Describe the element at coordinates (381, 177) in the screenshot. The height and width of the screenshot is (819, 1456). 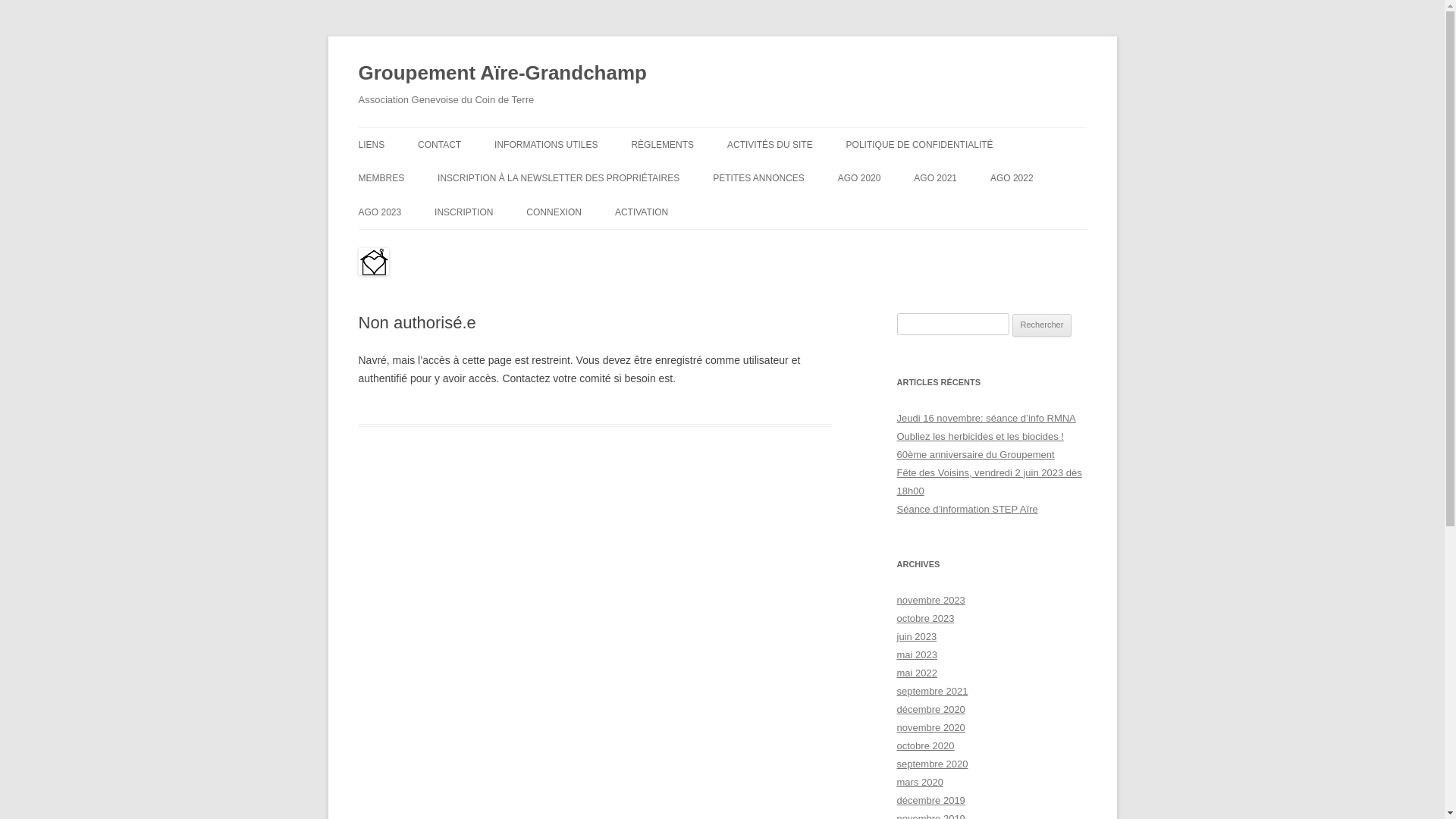
I see `'MEMBRES'` at that location.